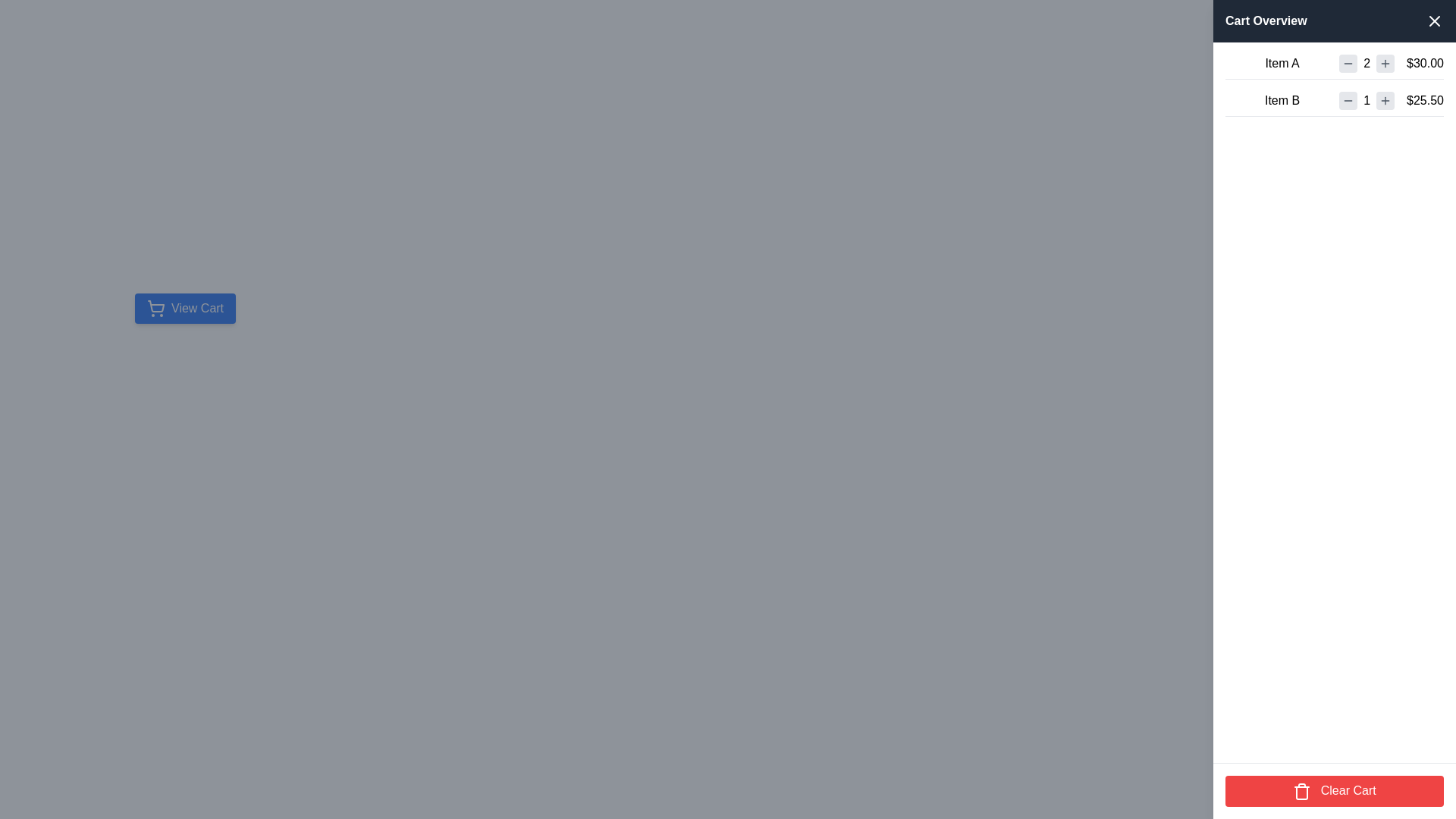  What do you see at coordinates (1335, 66) in the screenshot?
I see `the minus button of the first product entry in the shopping cart to decrease the quantity` at bounding box center [1335, 66].